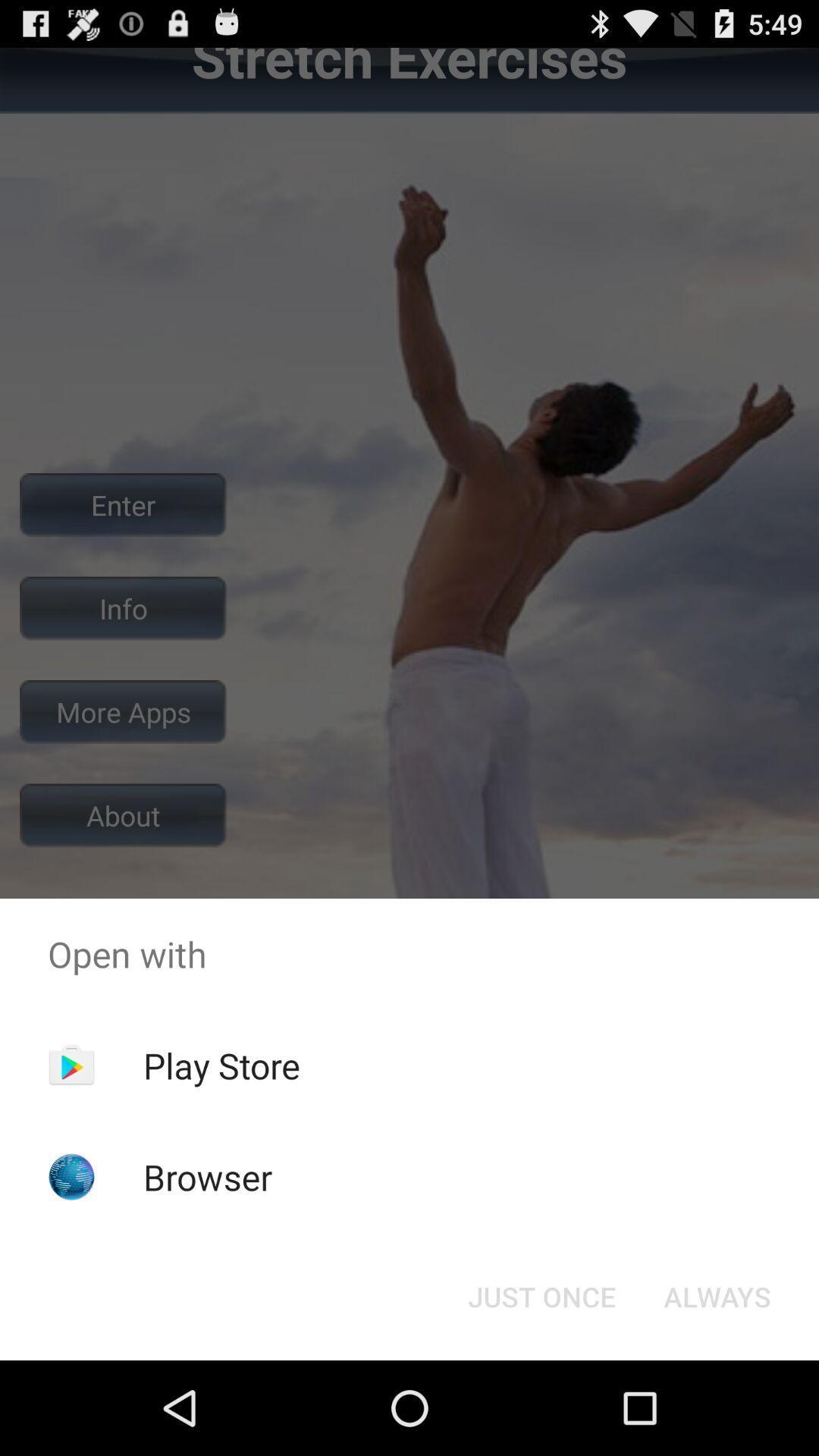 The height and width of the screenshot is (1456, 819). What do you see at coordinates (541, 1295) in the screenshot?
I see `button at the bottom` at bounding box center [541, 1295].